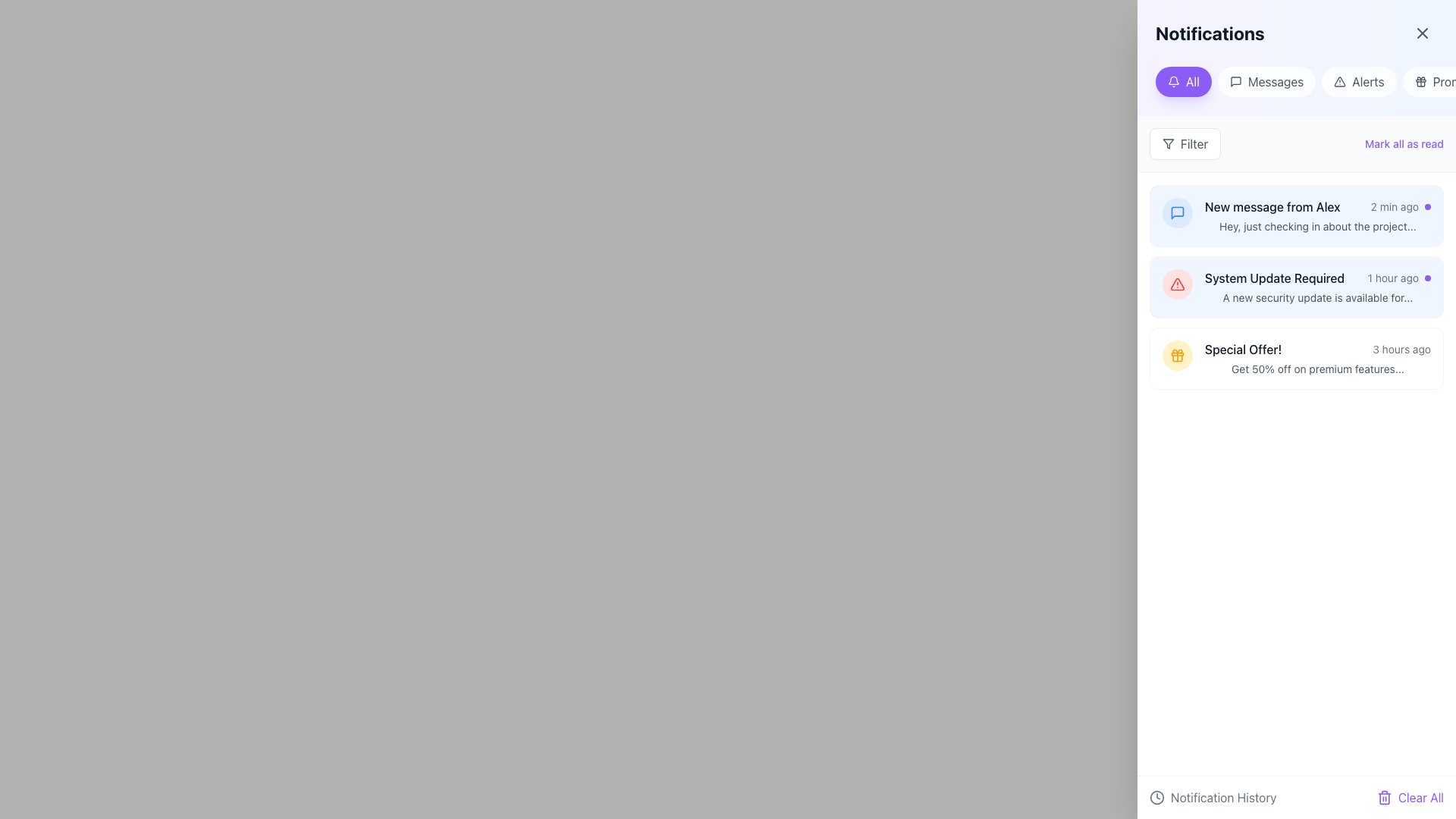  I want to click on the '2 min ago' label in the notification panel that indicates elapsed time since the notification was generated, which is part of the first notification entry titled 'New message from Alex', so click(1395, 207).